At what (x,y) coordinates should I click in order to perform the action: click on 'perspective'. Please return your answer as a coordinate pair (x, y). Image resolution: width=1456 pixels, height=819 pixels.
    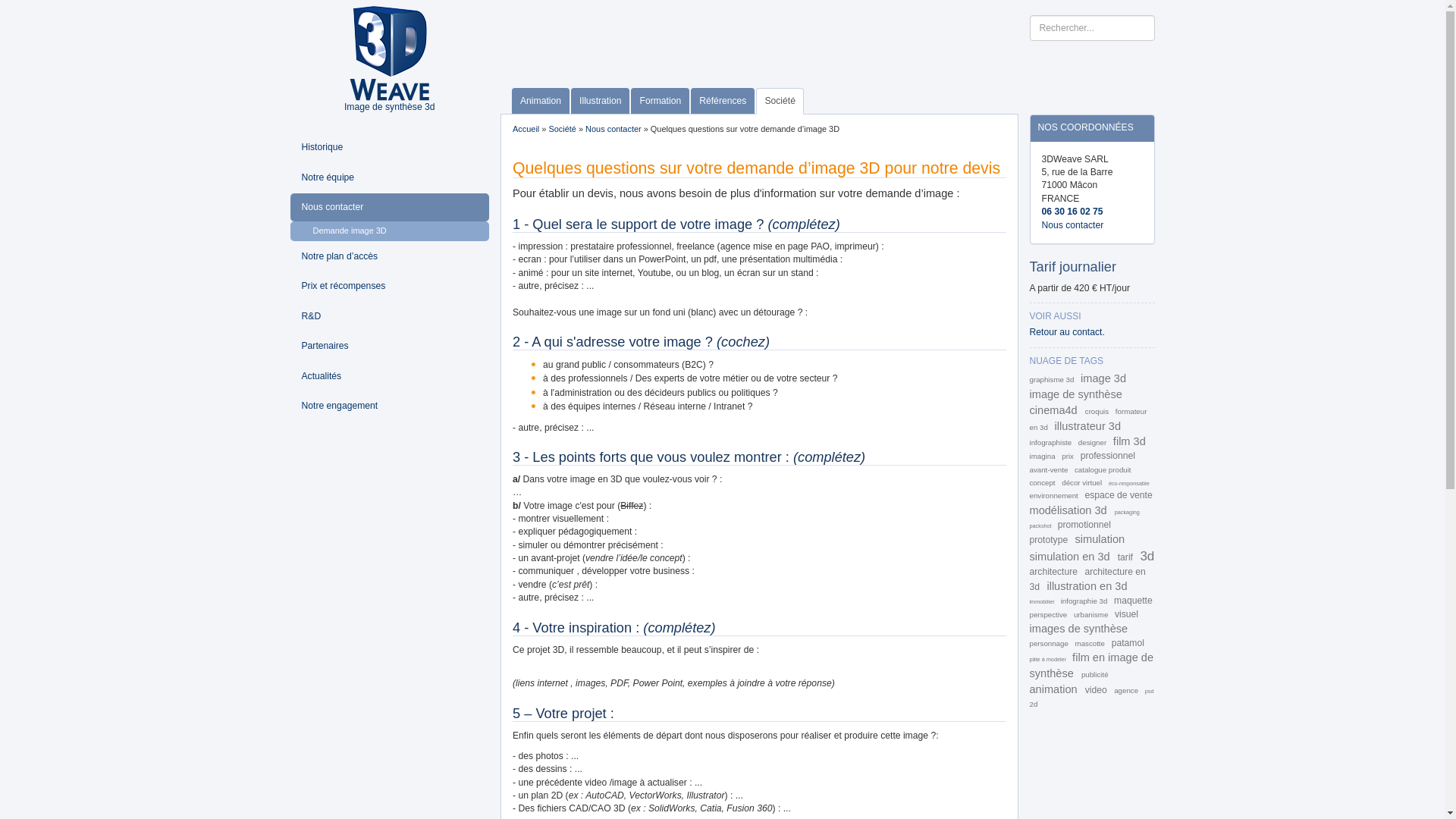
    Looking at the image, I should click on (1048, 614).